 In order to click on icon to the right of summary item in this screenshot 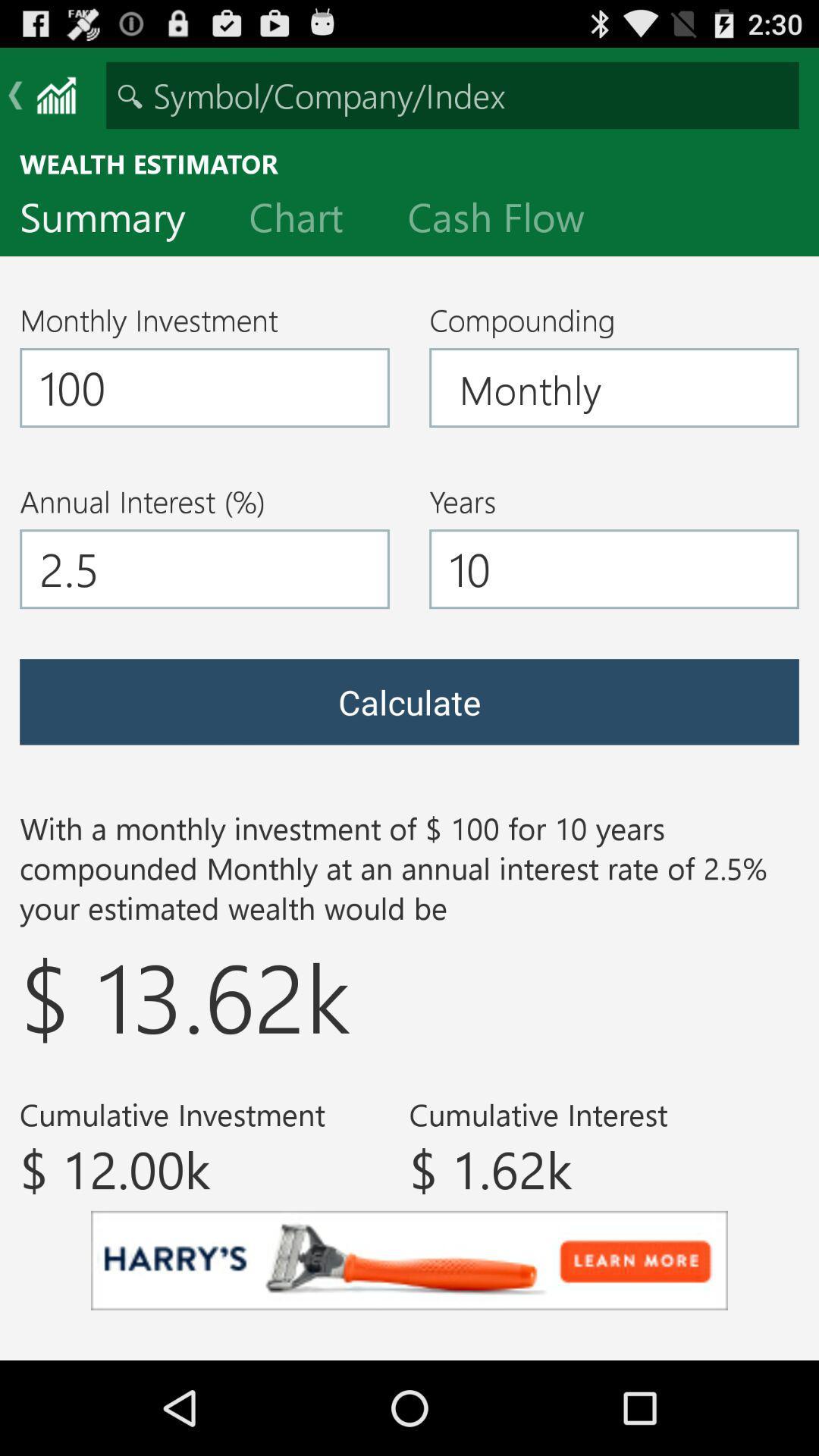, I will do `click(307, 220)`.